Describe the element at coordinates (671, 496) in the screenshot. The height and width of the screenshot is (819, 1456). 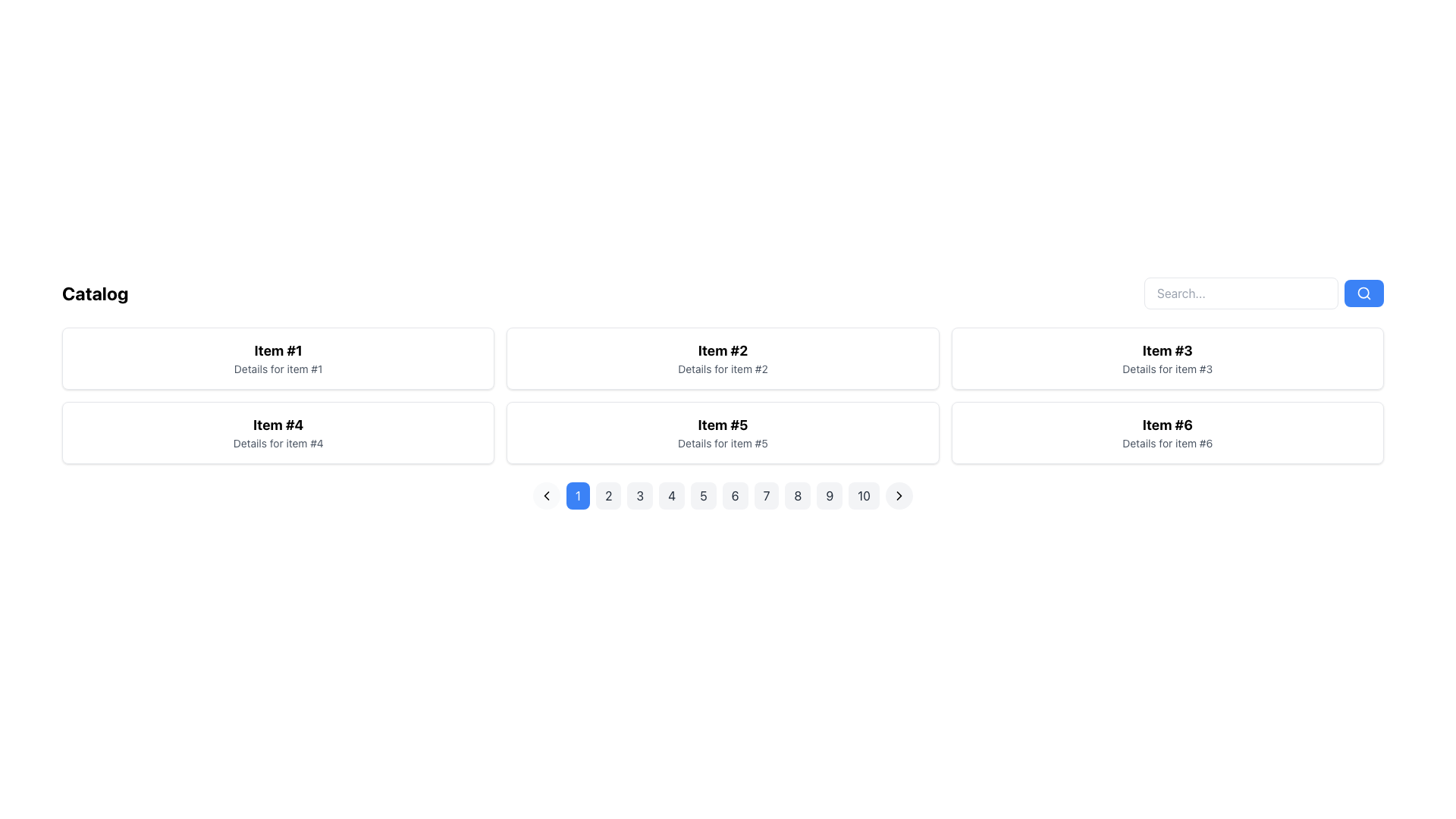
I see `the rectangular button with rounded edges containing the numeral '4' in a dark color, which is the fourth button in a series of numeric buttons within the pagination component` at that location.